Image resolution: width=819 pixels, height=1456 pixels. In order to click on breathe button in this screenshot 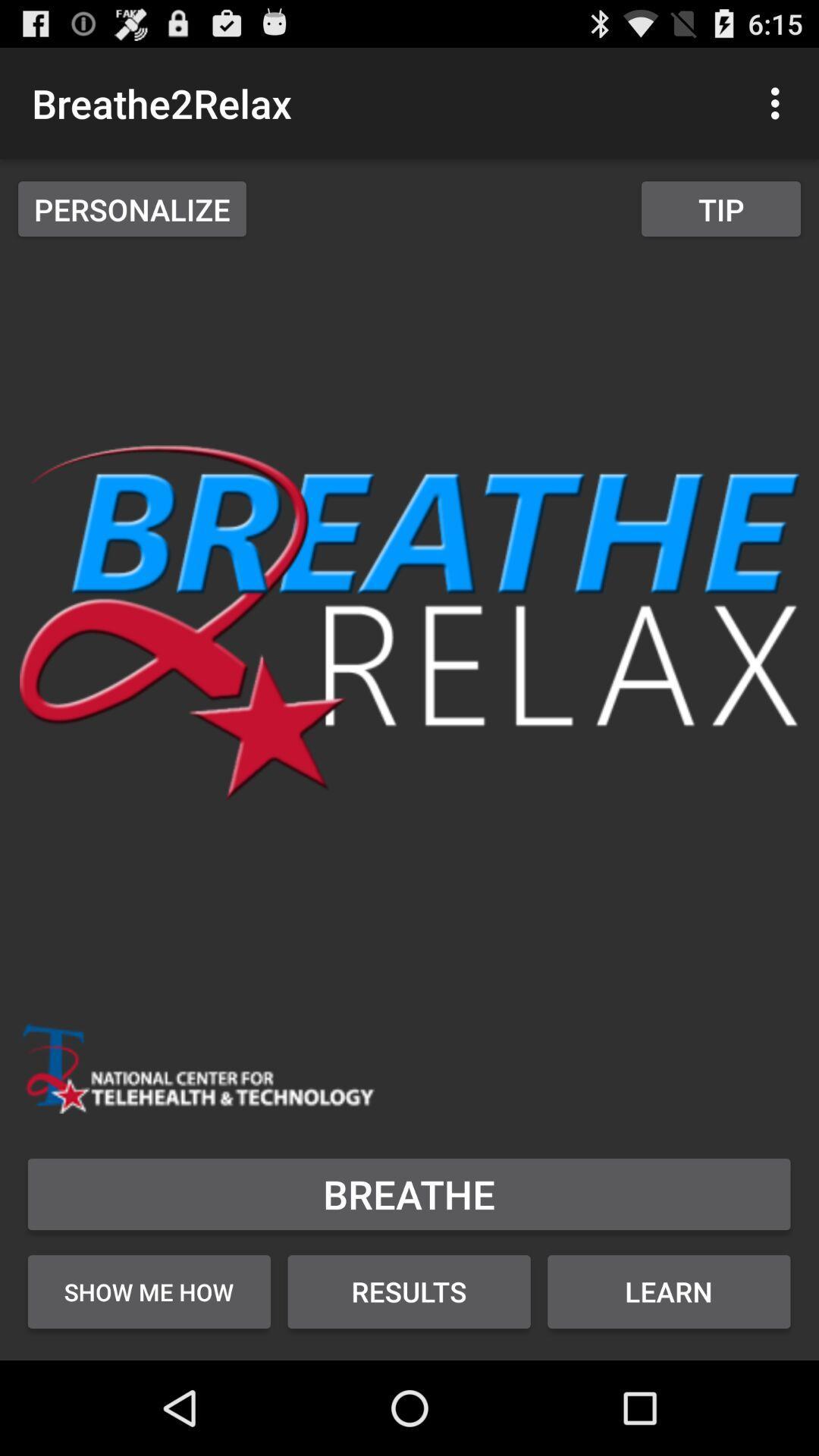, I will do `click(408, 1193)`.